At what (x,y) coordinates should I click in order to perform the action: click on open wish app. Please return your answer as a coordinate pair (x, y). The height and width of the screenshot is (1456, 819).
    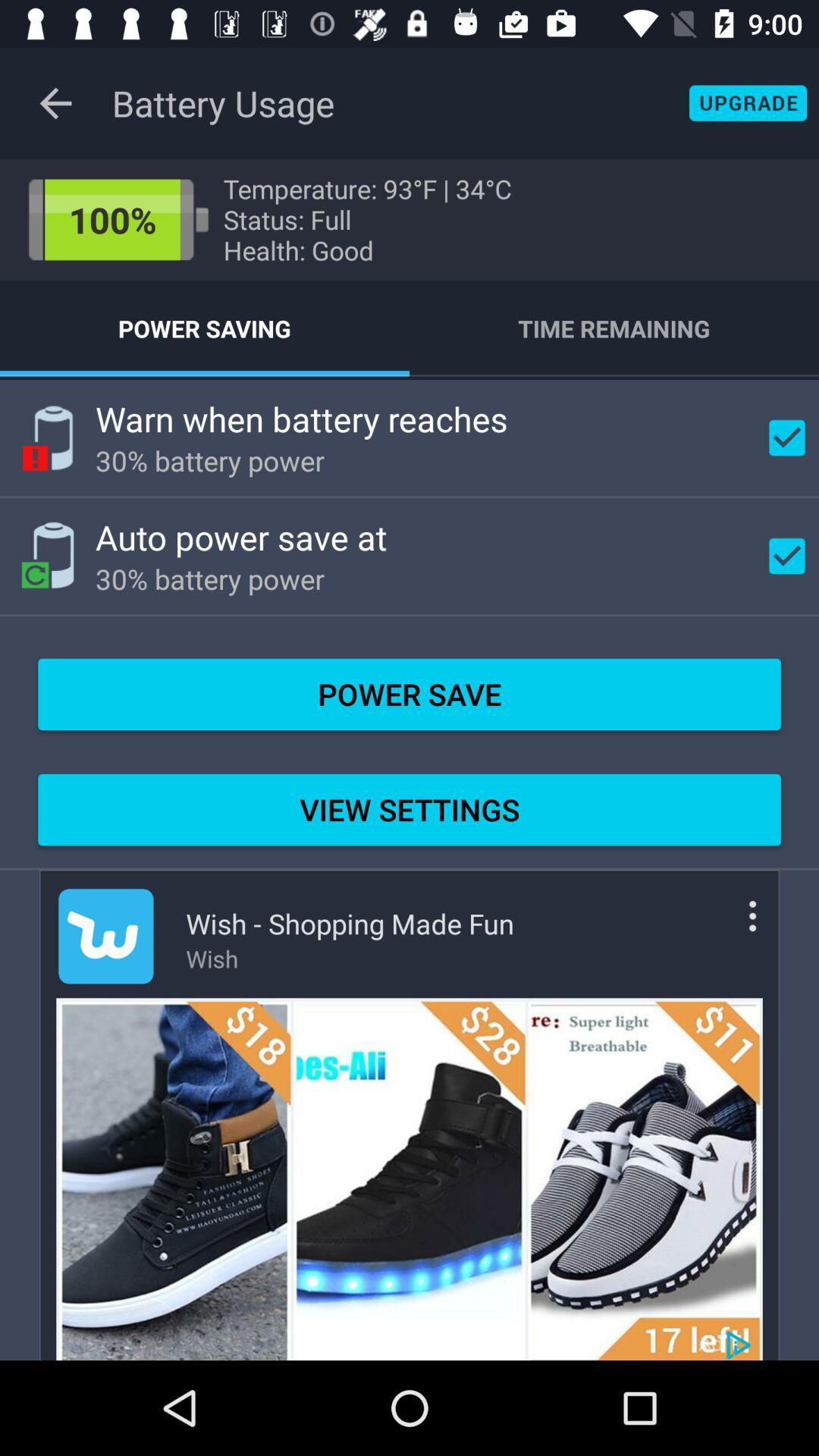
    Looking at the image, I should click on (105, 935).